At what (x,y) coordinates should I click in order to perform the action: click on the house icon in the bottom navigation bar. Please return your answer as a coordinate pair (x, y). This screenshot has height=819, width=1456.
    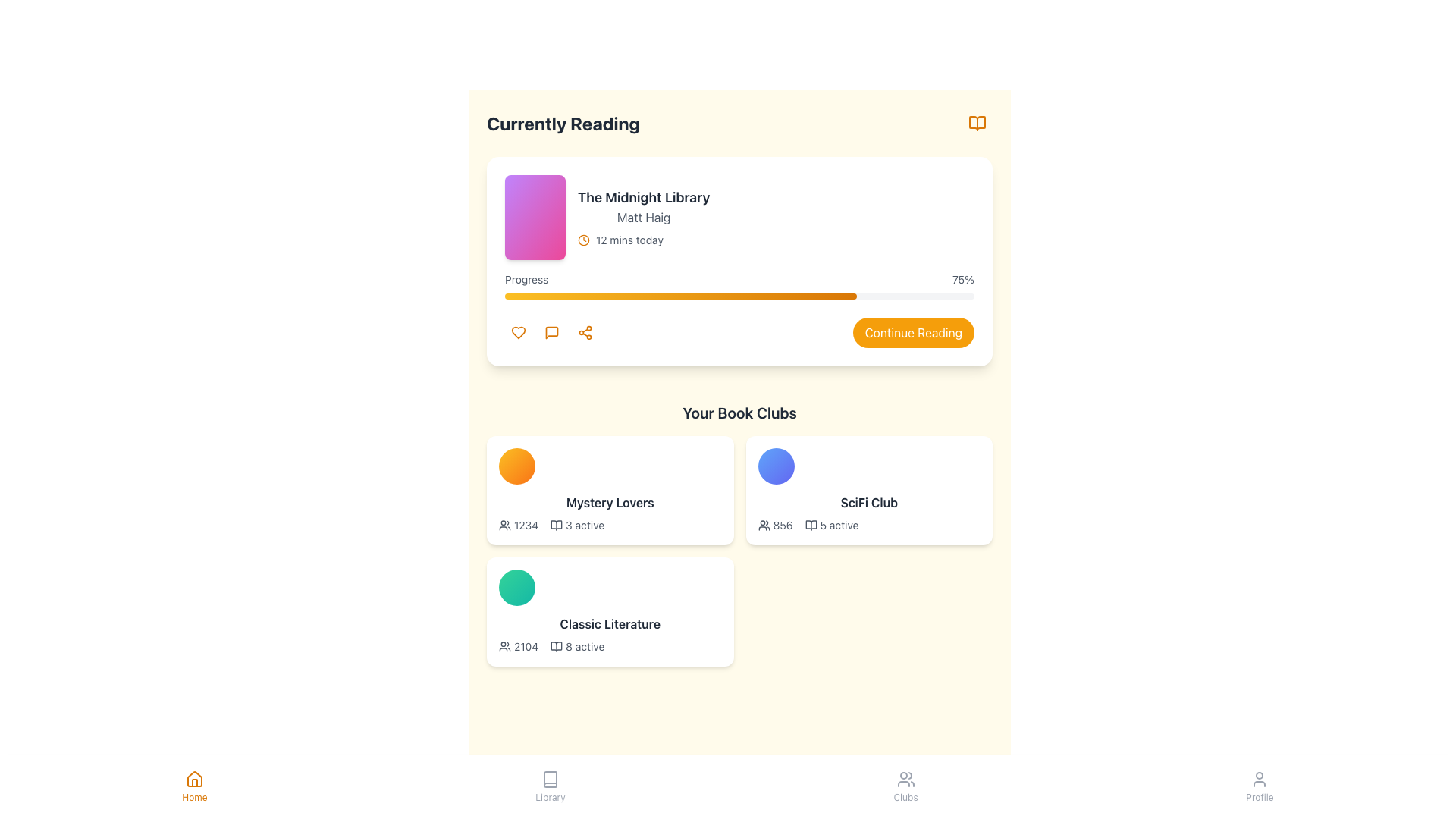
    Looking at the image, I should click on (193, 780).